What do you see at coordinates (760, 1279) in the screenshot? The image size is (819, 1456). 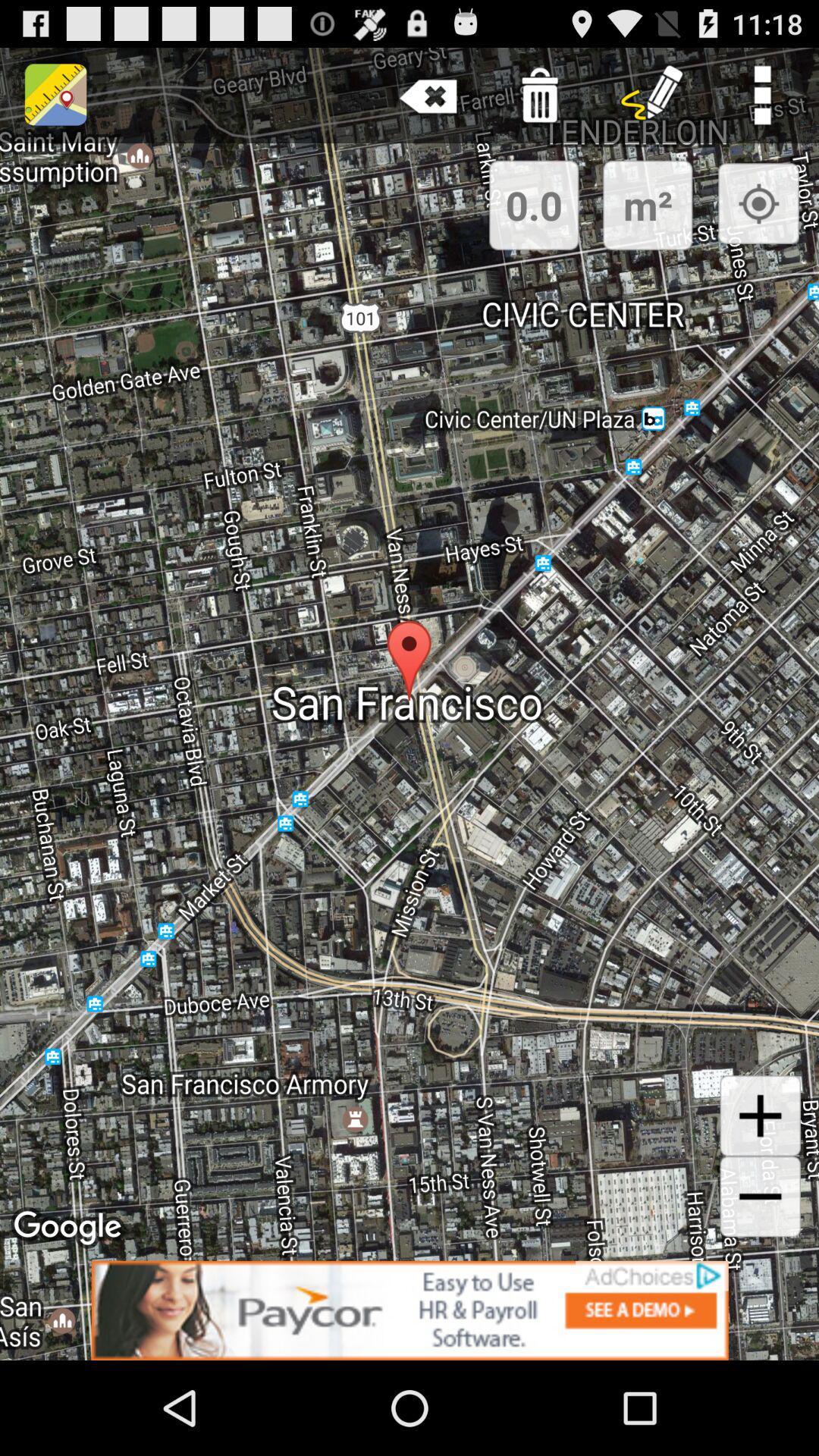 I see `the zoom_out icon` at bounding box center [760, 1279].